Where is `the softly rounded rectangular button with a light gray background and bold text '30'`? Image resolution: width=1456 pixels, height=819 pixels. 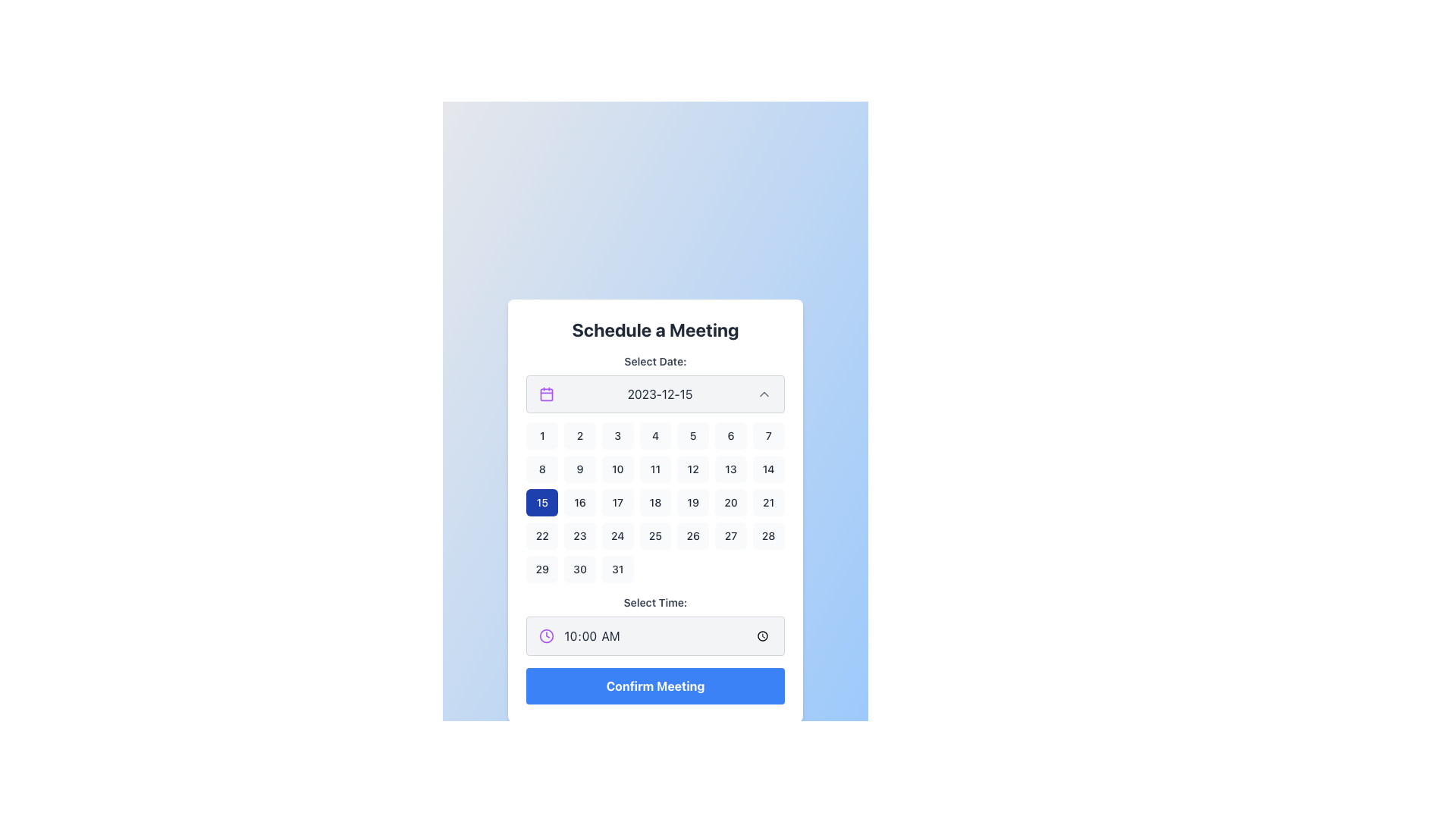
the softly rounded rectangular button with a light gray background and bold text '30' is located at coordinates (579, 570).